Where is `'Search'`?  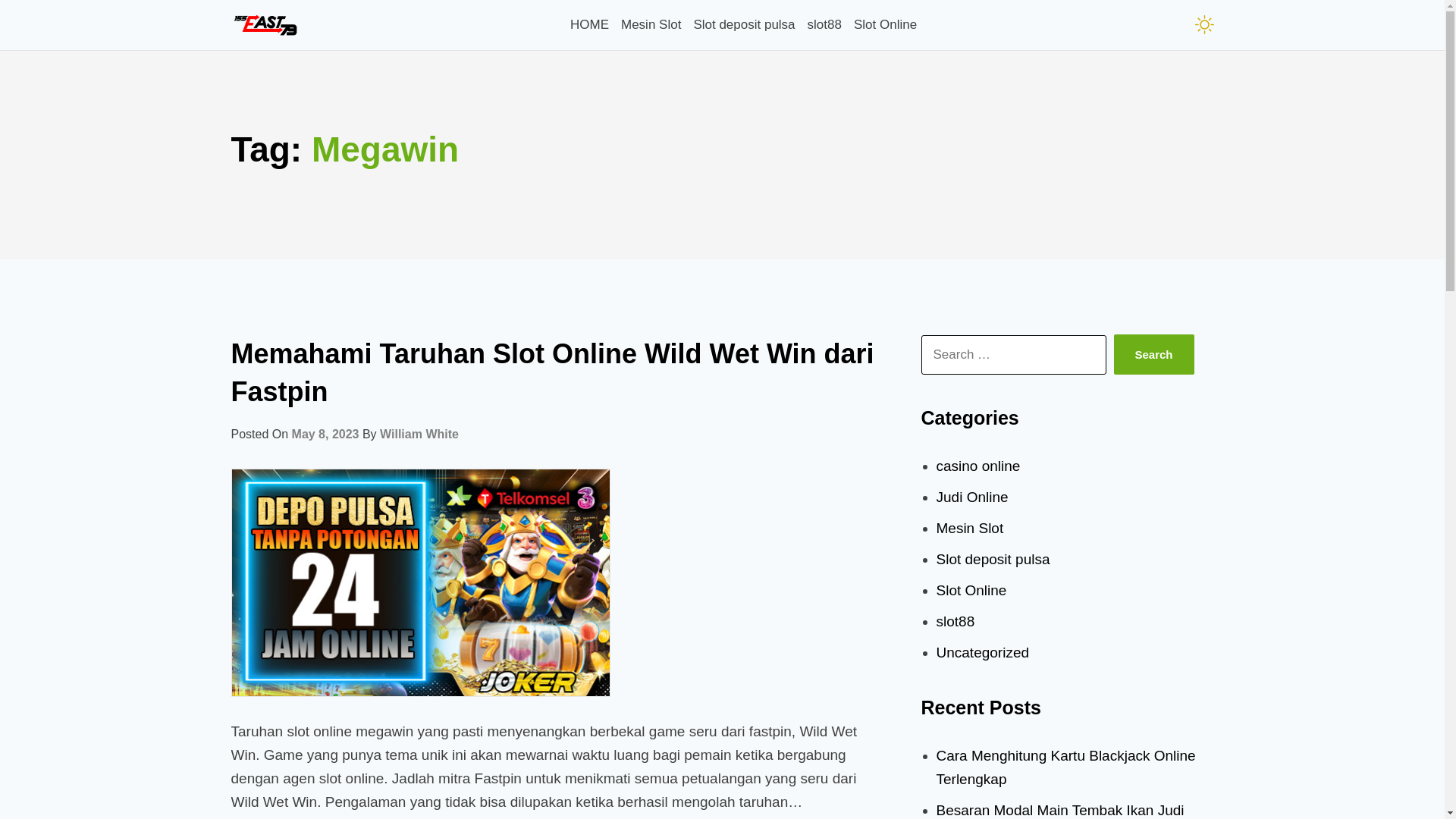 'Search' is located at coordinates (1153, 354).